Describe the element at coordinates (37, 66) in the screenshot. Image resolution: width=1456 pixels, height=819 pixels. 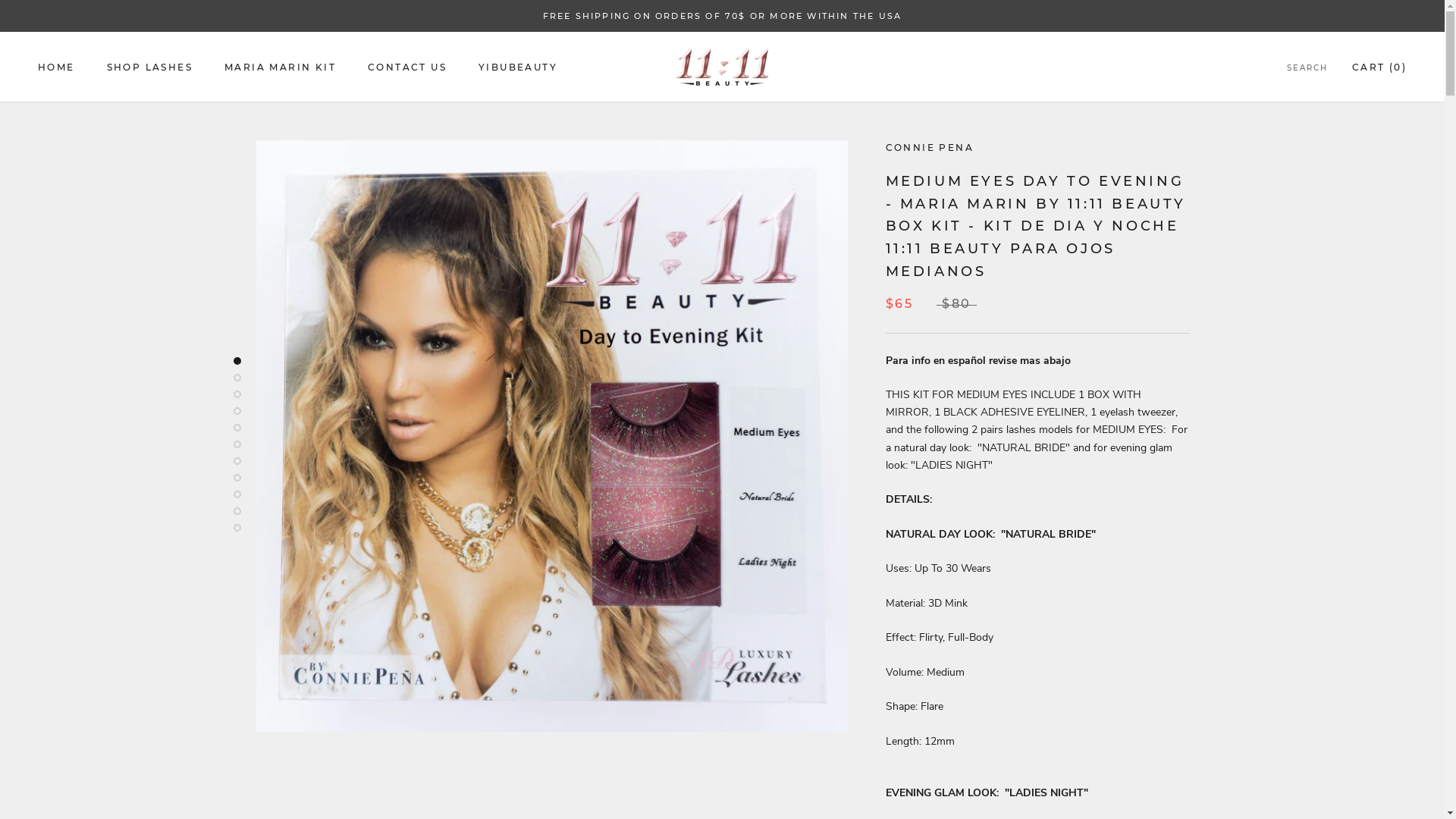
I see `'HOME` at that location.